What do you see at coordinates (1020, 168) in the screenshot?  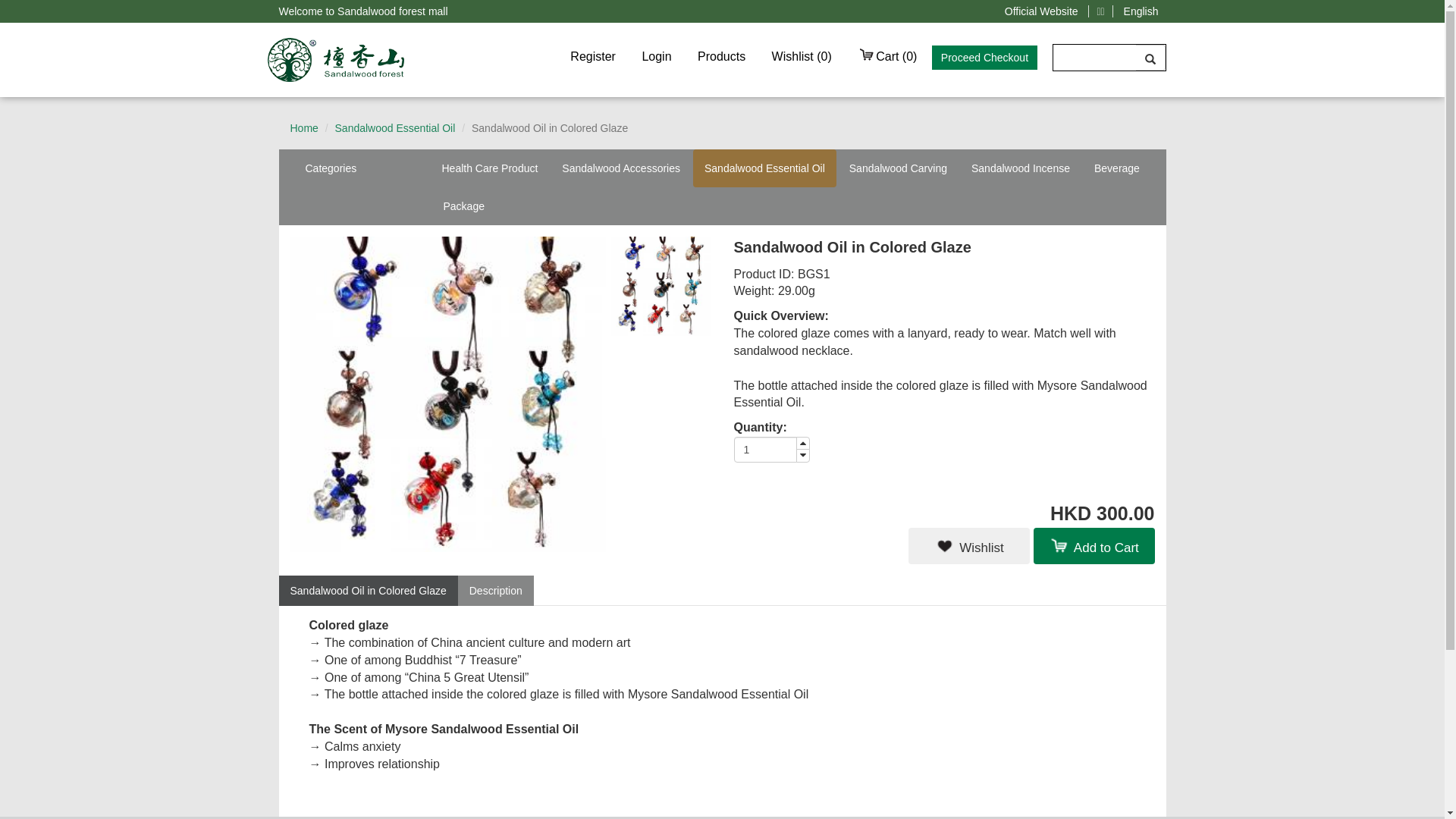 I see `'Sandalwood Incense'` at bounding box center [1020, 168].